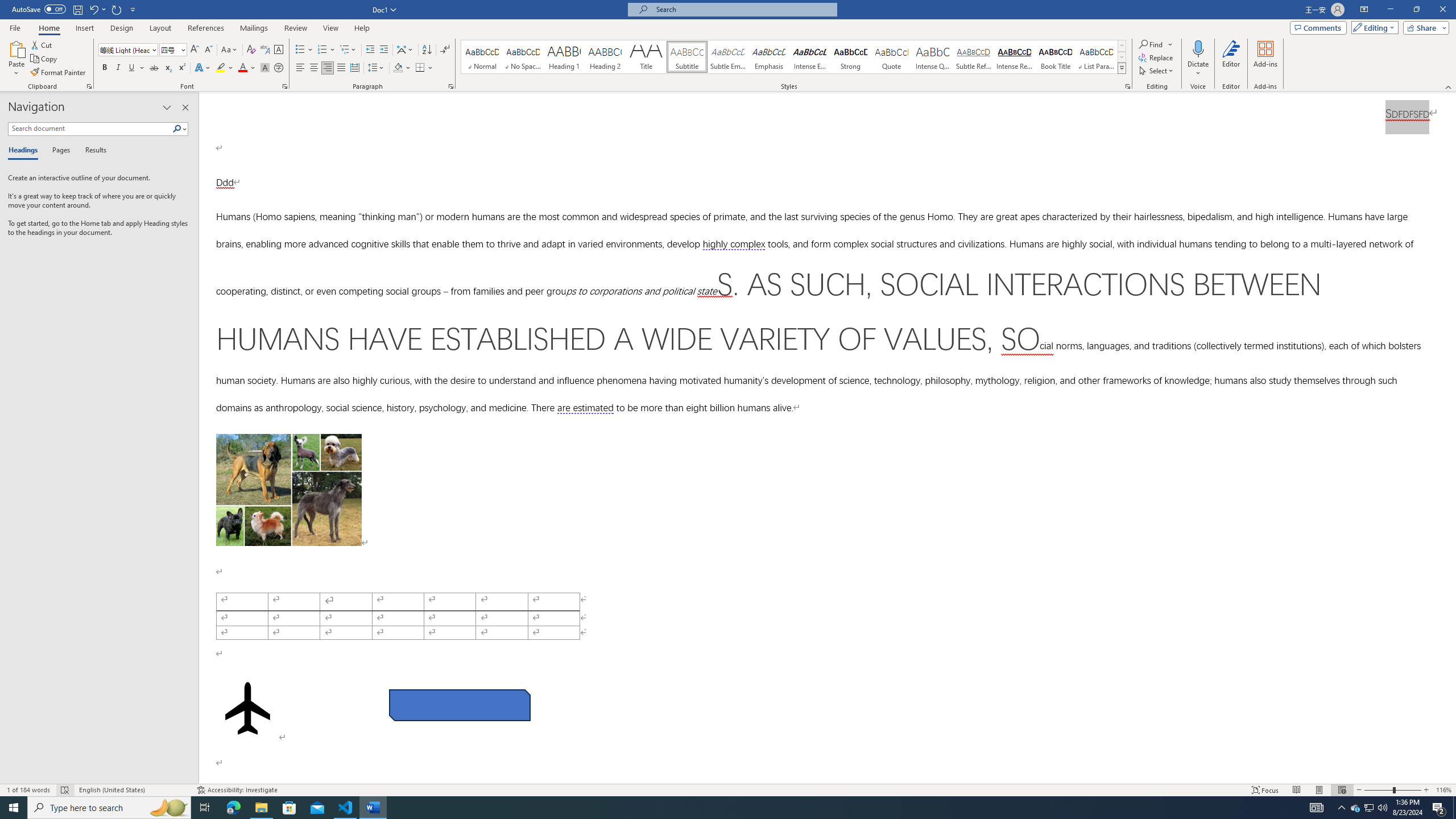 The height and width of the screenshot is (819, 1456). I want to click on 'Character Shading', so click(264, 67).